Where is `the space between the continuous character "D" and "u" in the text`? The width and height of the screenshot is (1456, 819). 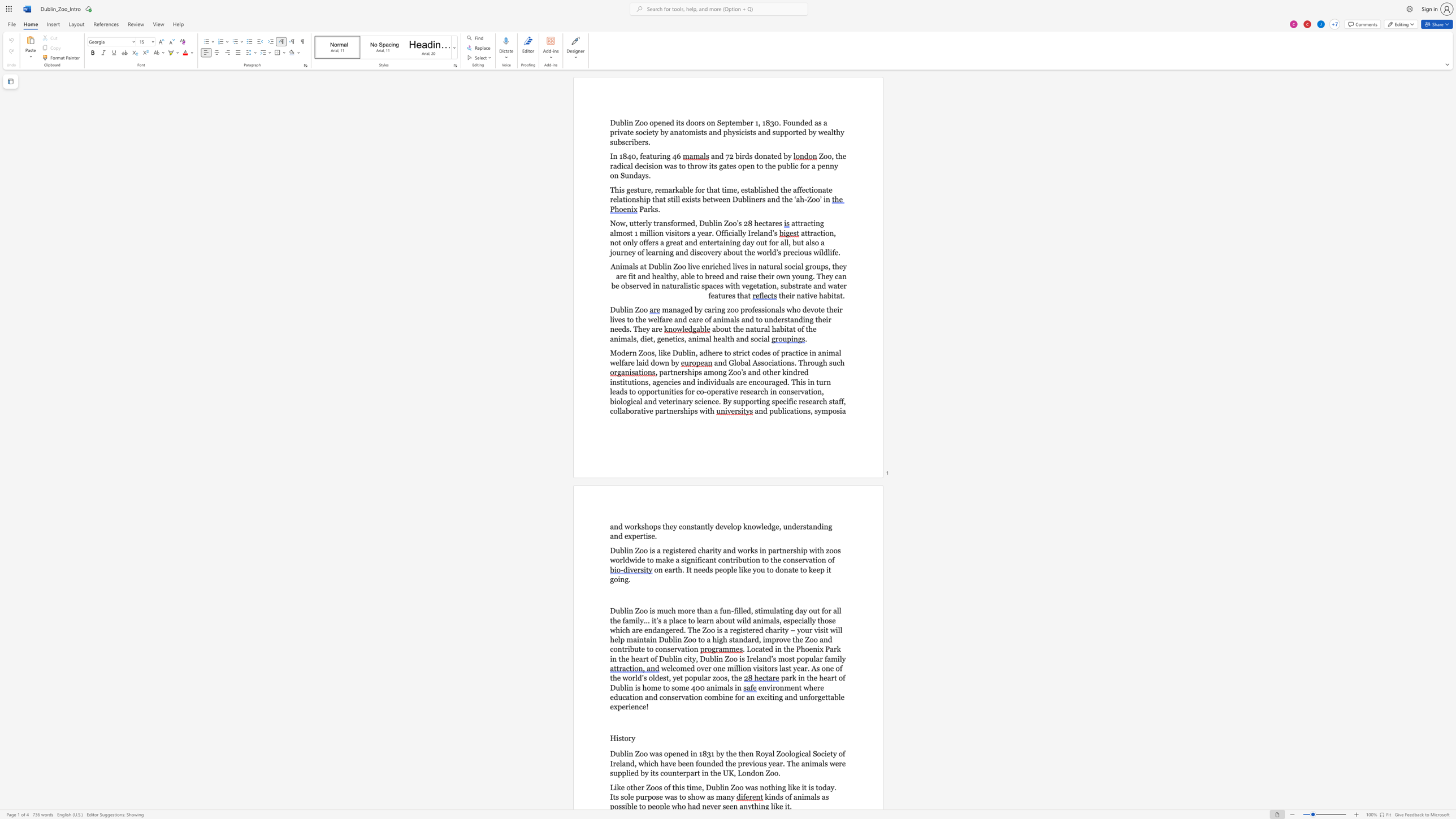
the space between the continuous character "D" and "u" in the text is located at coordinates (615, 753).